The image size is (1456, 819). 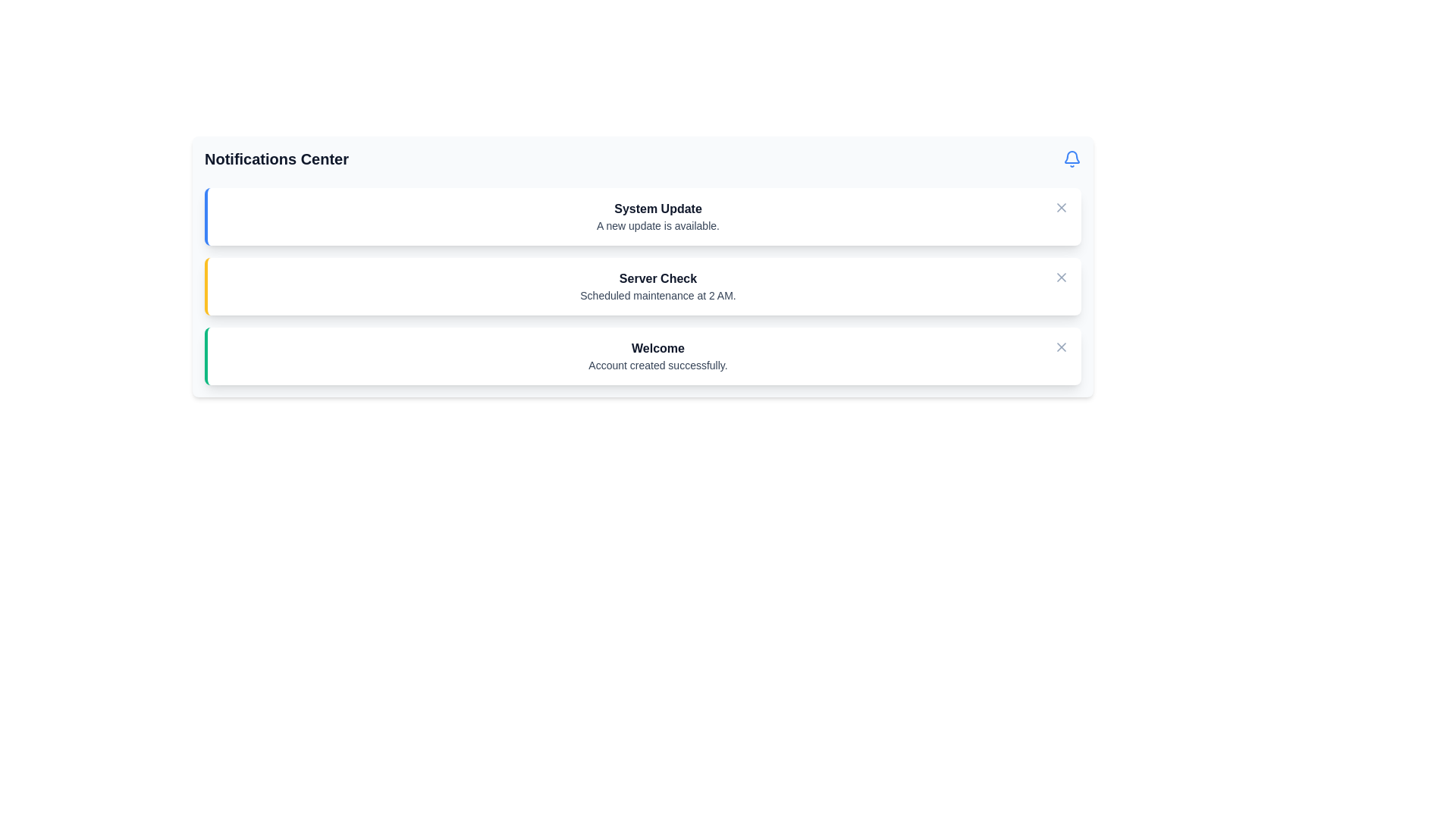 I want to click on title of the second notification in the Notifications Center, which summarizes the content of the notification, so click(x=658, y=278).